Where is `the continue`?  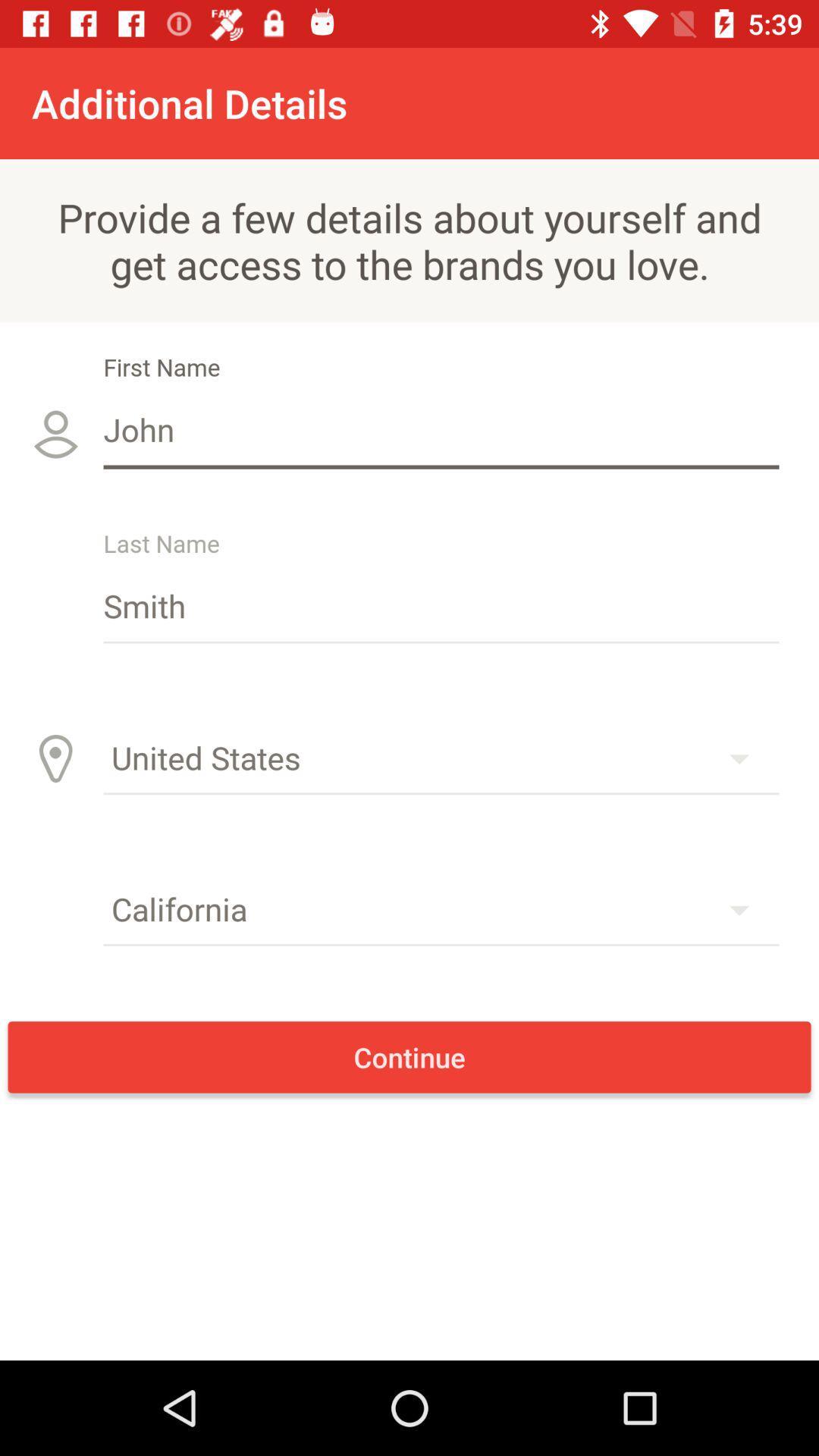 the continue is located at coordinates (409, 1056).